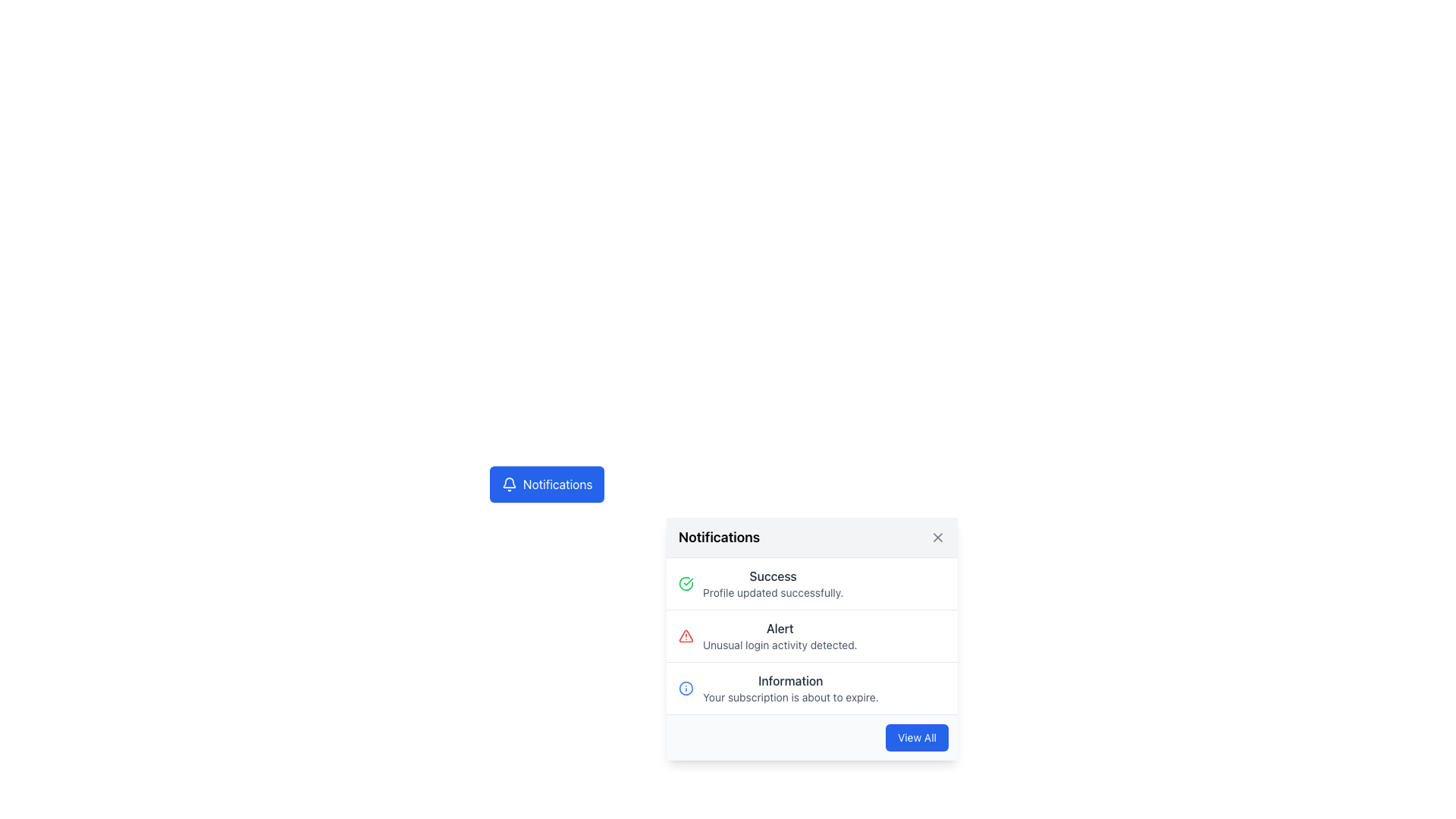  I want to click on the text label styled in light gray color that is displayed below the bold 'Success' label in the notification dialog, so click(773, 592).